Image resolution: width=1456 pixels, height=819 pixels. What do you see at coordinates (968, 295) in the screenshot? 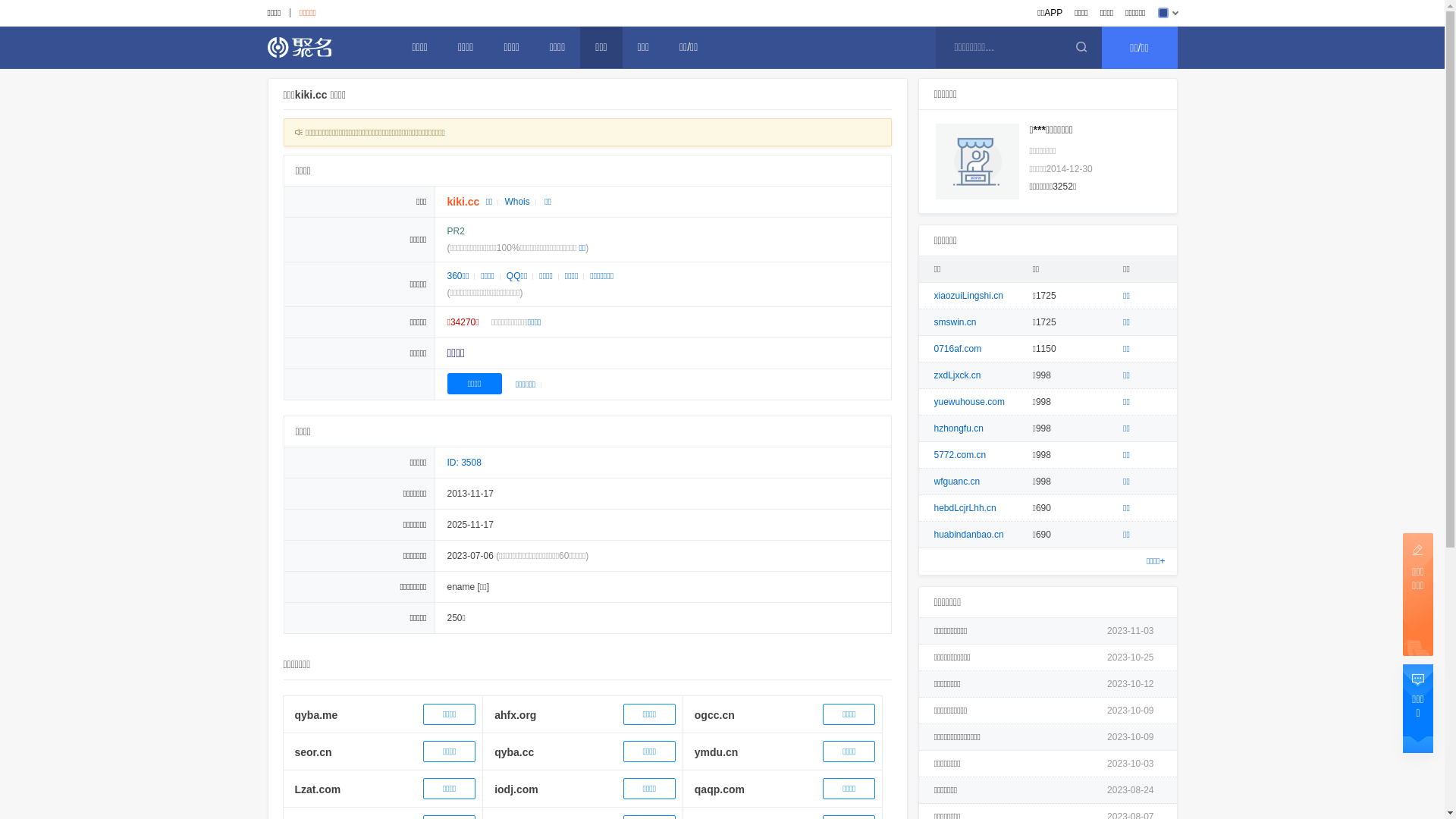
I see `'xiaozuiLingshi.cn'` at bounding box center [968, 295].